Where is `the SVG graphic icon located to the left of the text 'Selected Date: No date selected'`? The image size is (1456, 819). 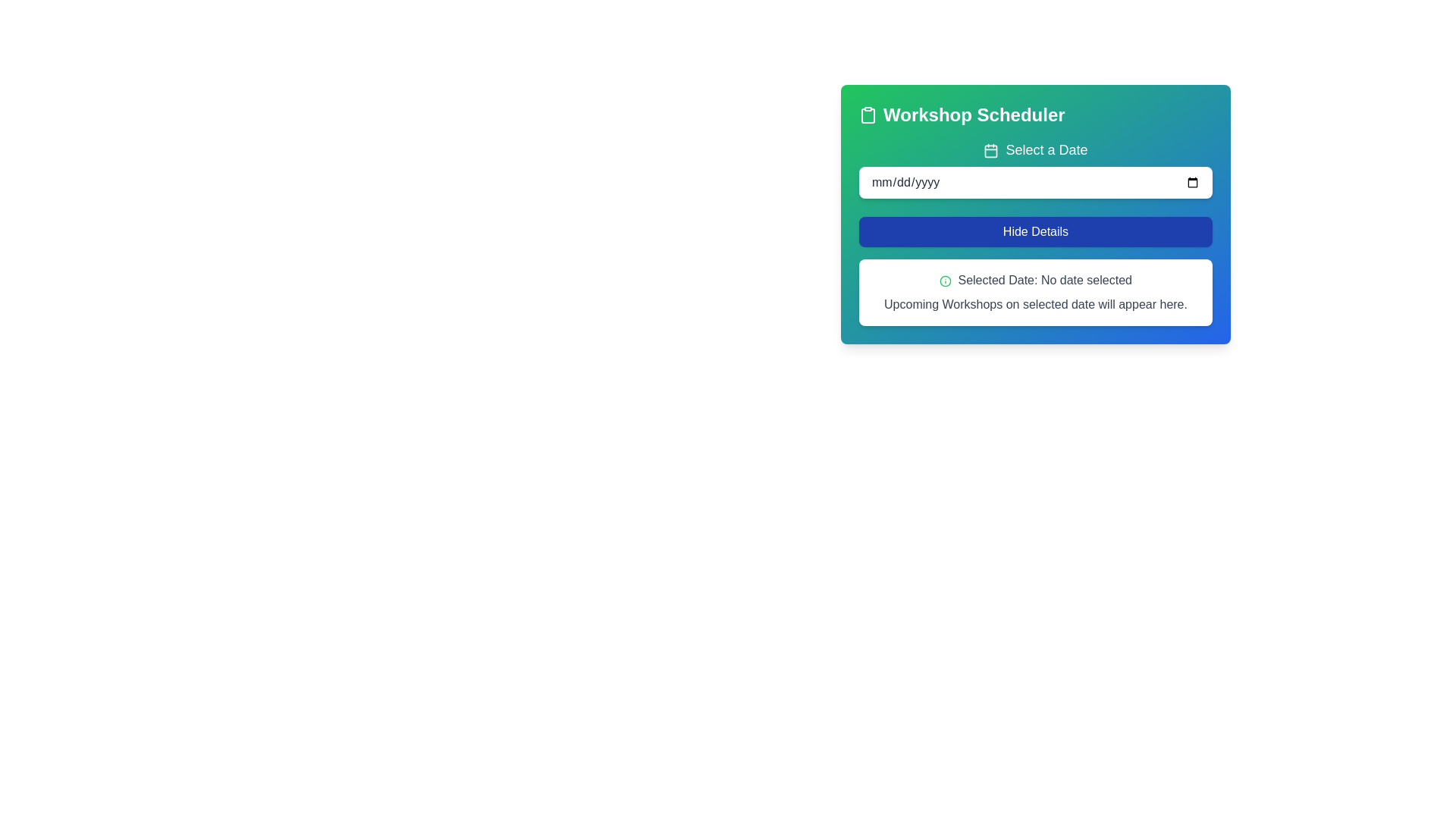 the SVG graphic icon located to the left of the text 'Selected Date: No date selected' is located at coordinates (945, 281).